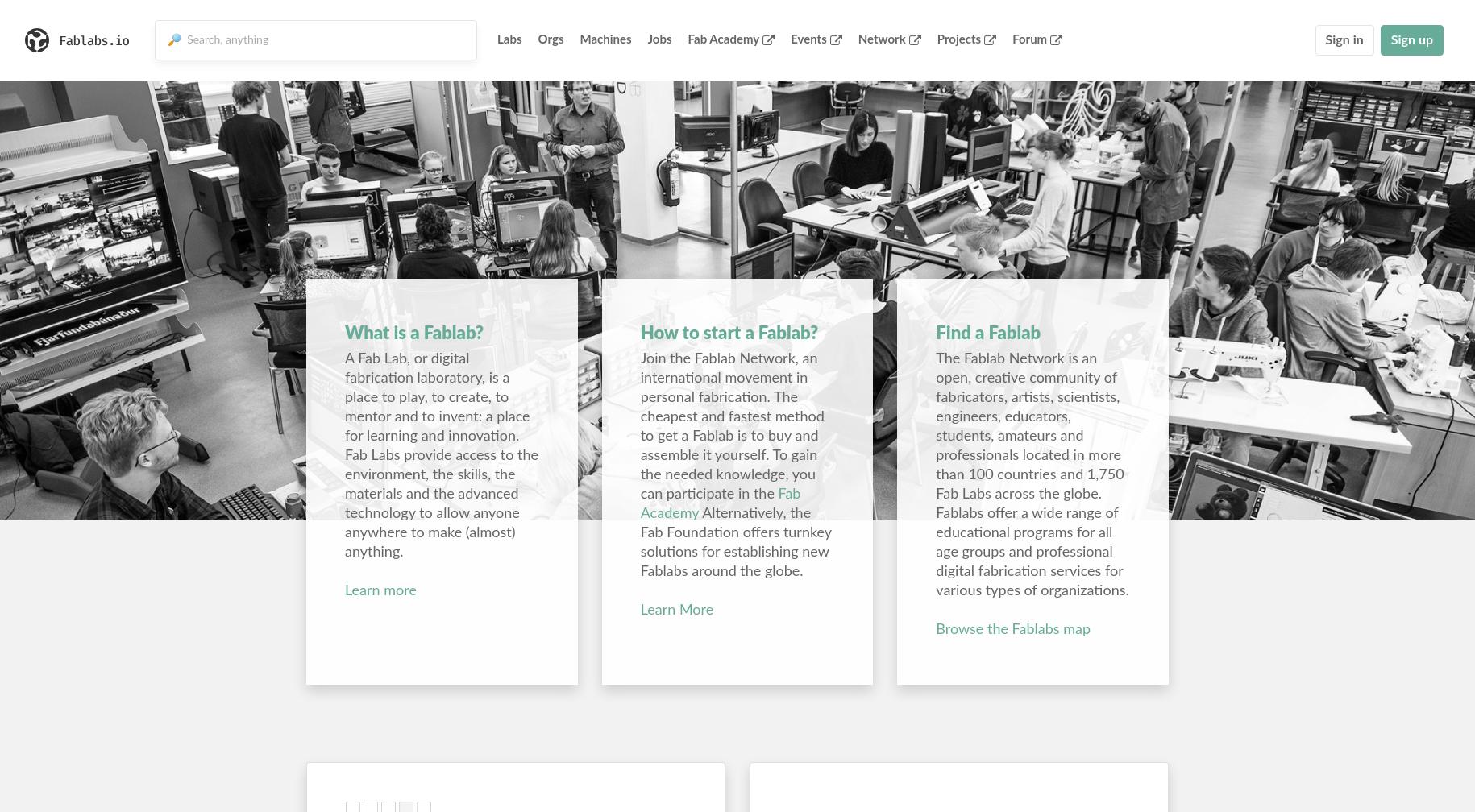 The width and height of the screenshot is (1475, 812). What do you see at coordinates (729, 333) in the screenshot?
I see `'How to start a Fablab?'` at bounding box center [729, 333].